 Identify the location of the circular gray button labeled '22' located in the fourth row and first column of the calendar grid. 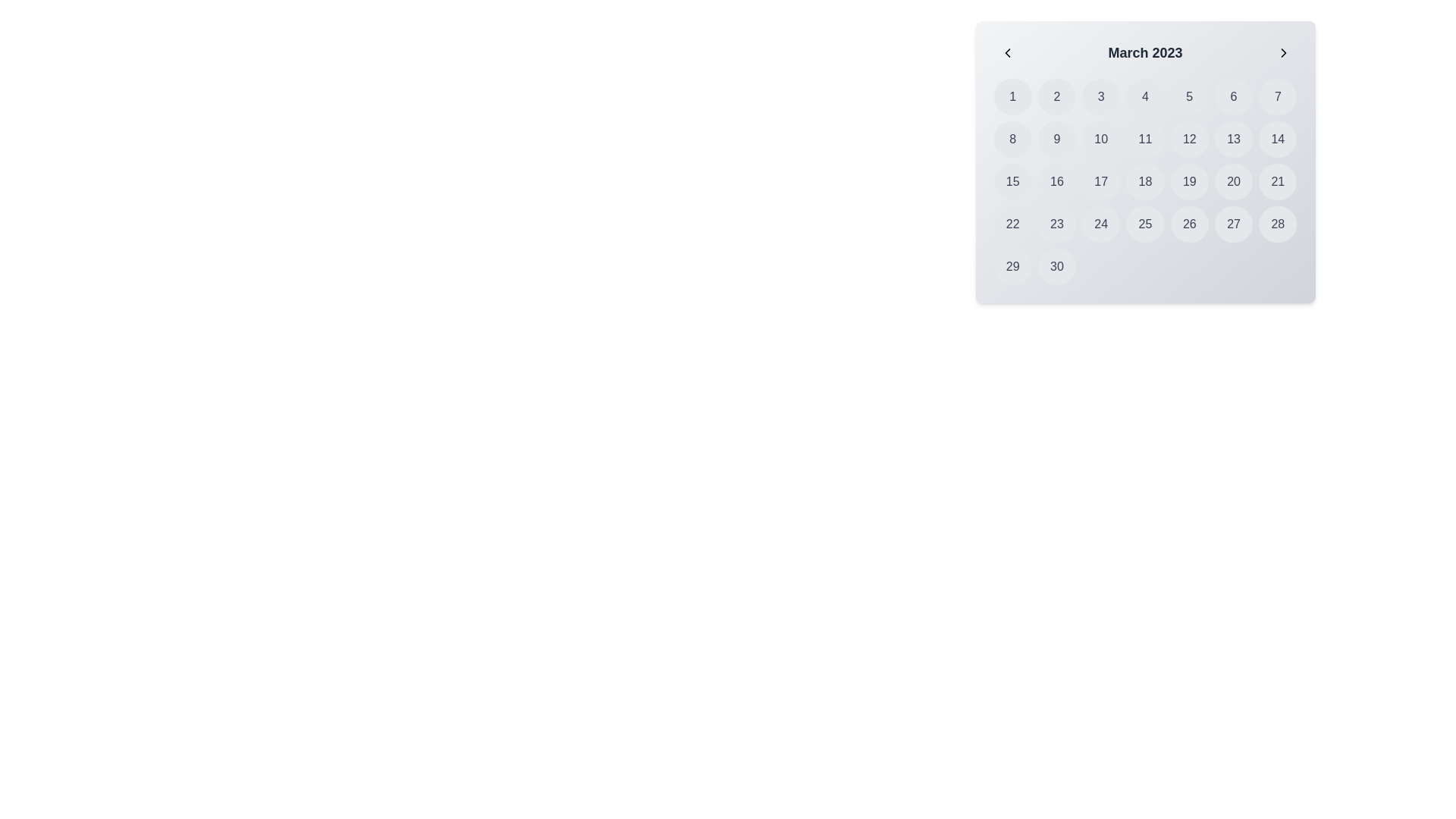
(1012, 224).